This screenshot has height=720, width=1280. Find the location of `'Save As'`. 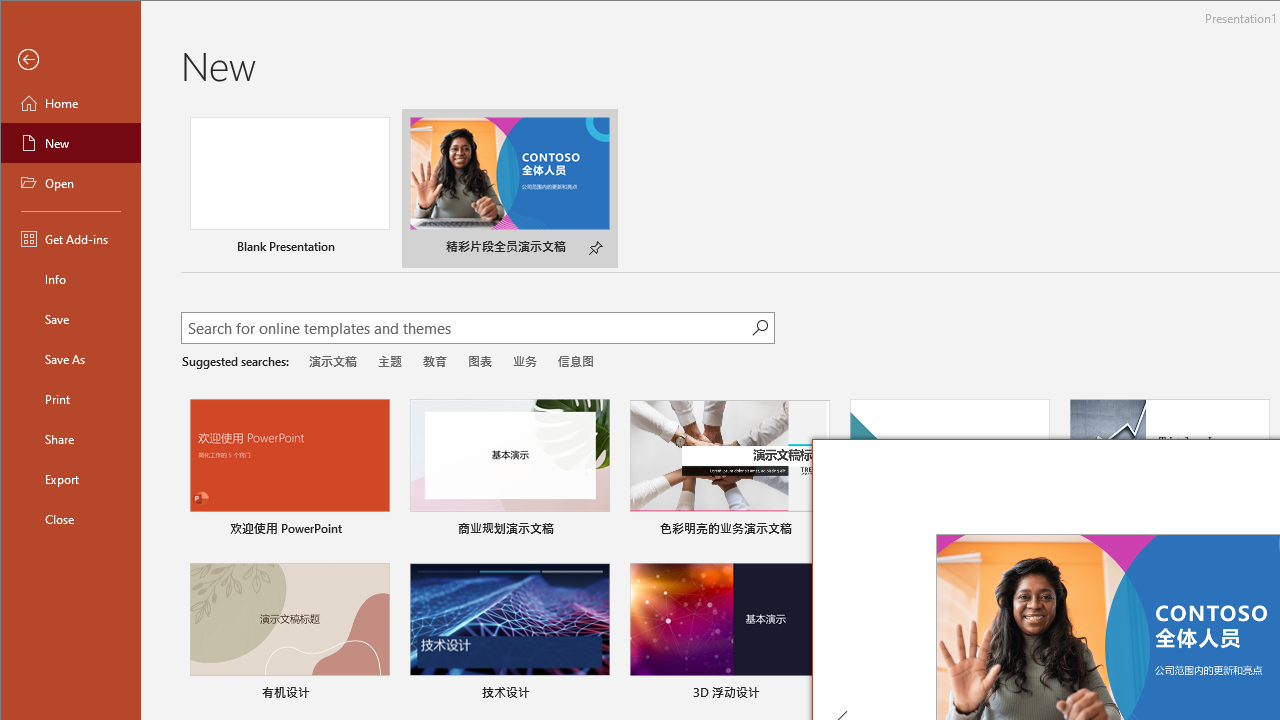

'Save As' is located at coordinates (71, 357).